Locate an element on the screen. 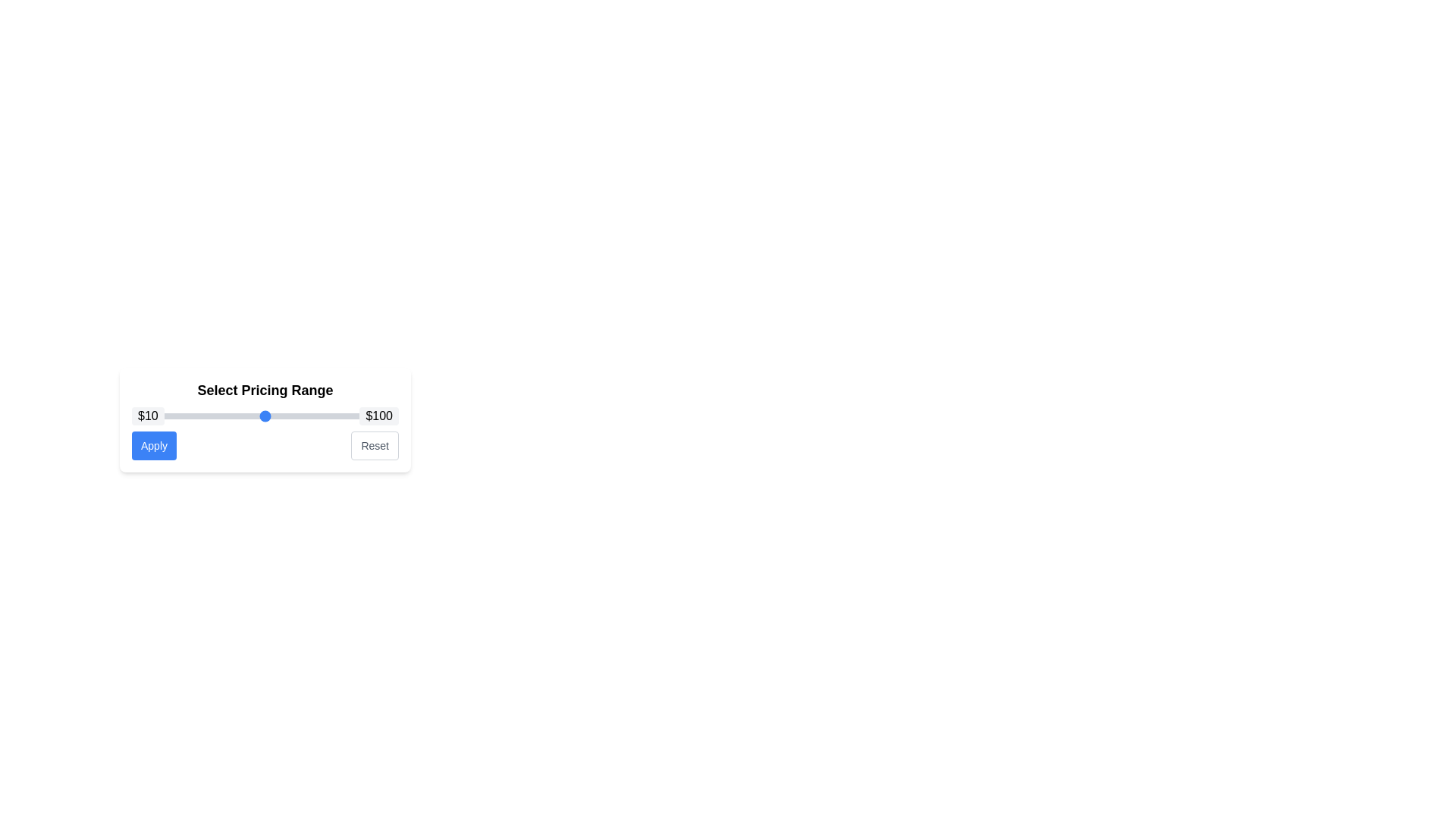  price slider is located at coordinates (353, 416).